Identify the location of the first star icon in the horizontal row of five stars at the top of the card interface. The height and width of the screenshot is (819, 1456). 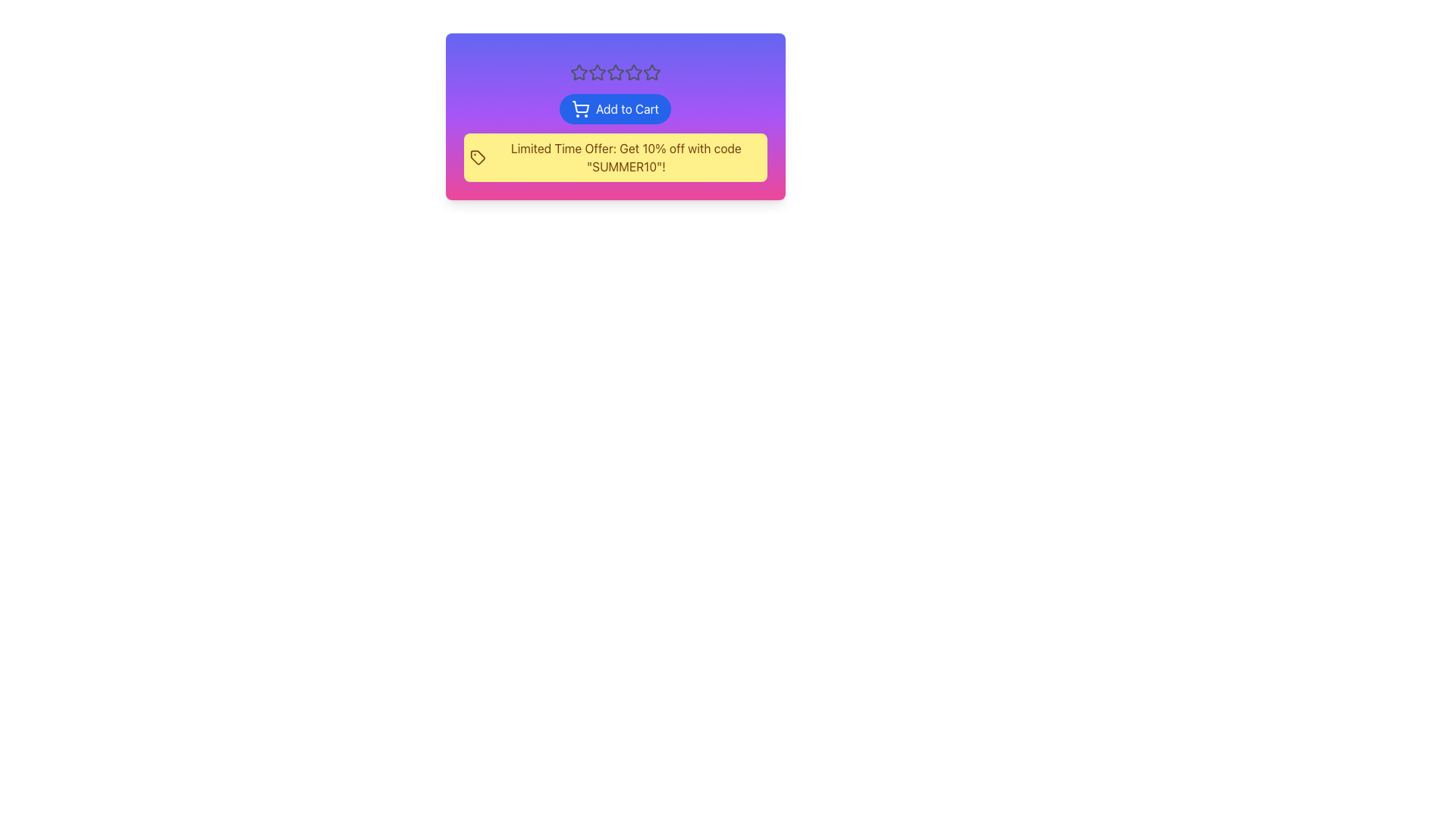
(596, 72).